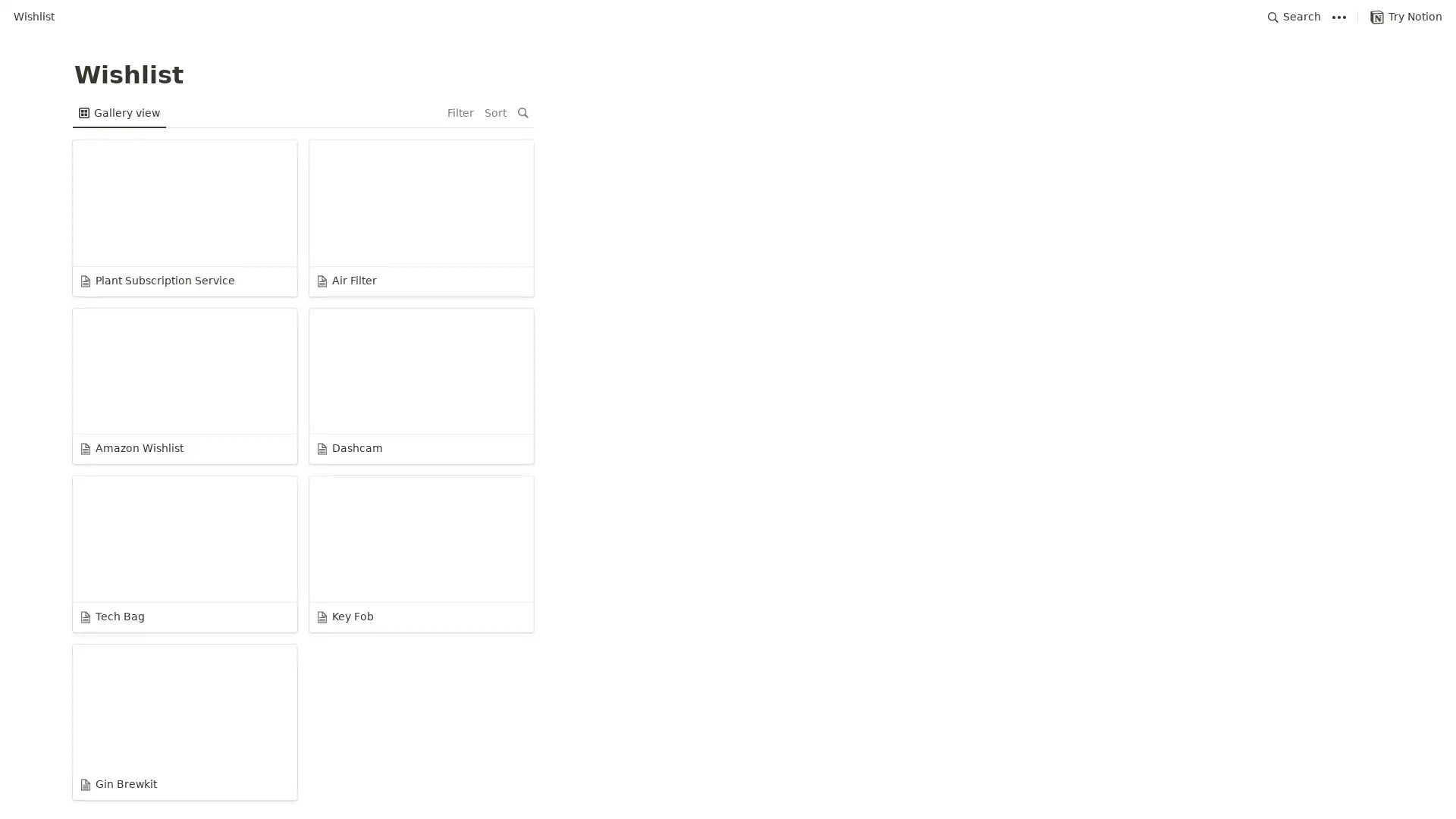 The height and width of the screenshot is (819, 1456). Describe the element at coordinates (177, 224) in the screenshot. I see `Drag image to reposition Plant Subscription Service 1` at that location.